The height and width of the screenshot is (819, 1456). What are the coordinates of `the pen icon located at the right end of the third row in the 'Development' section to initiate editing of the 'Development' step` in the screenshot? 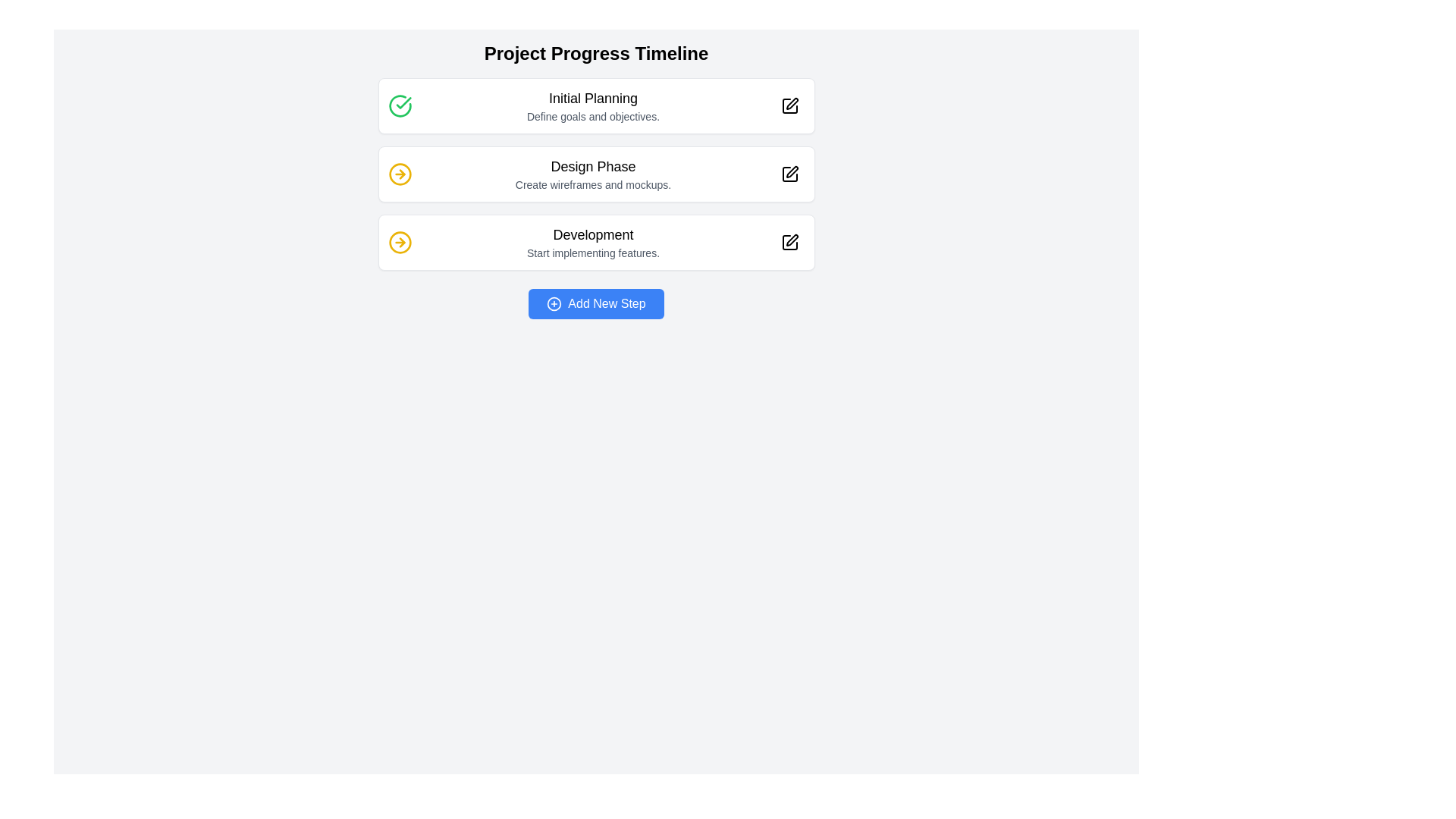 It's located at (789, 242).